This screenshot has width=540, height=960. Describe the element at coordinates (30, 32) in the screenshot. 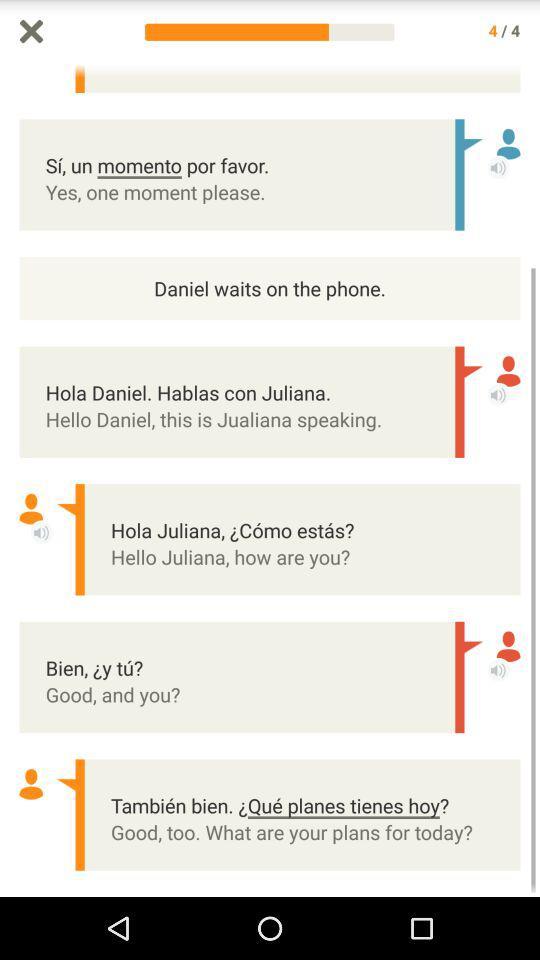

I see `the close icon` at that location.